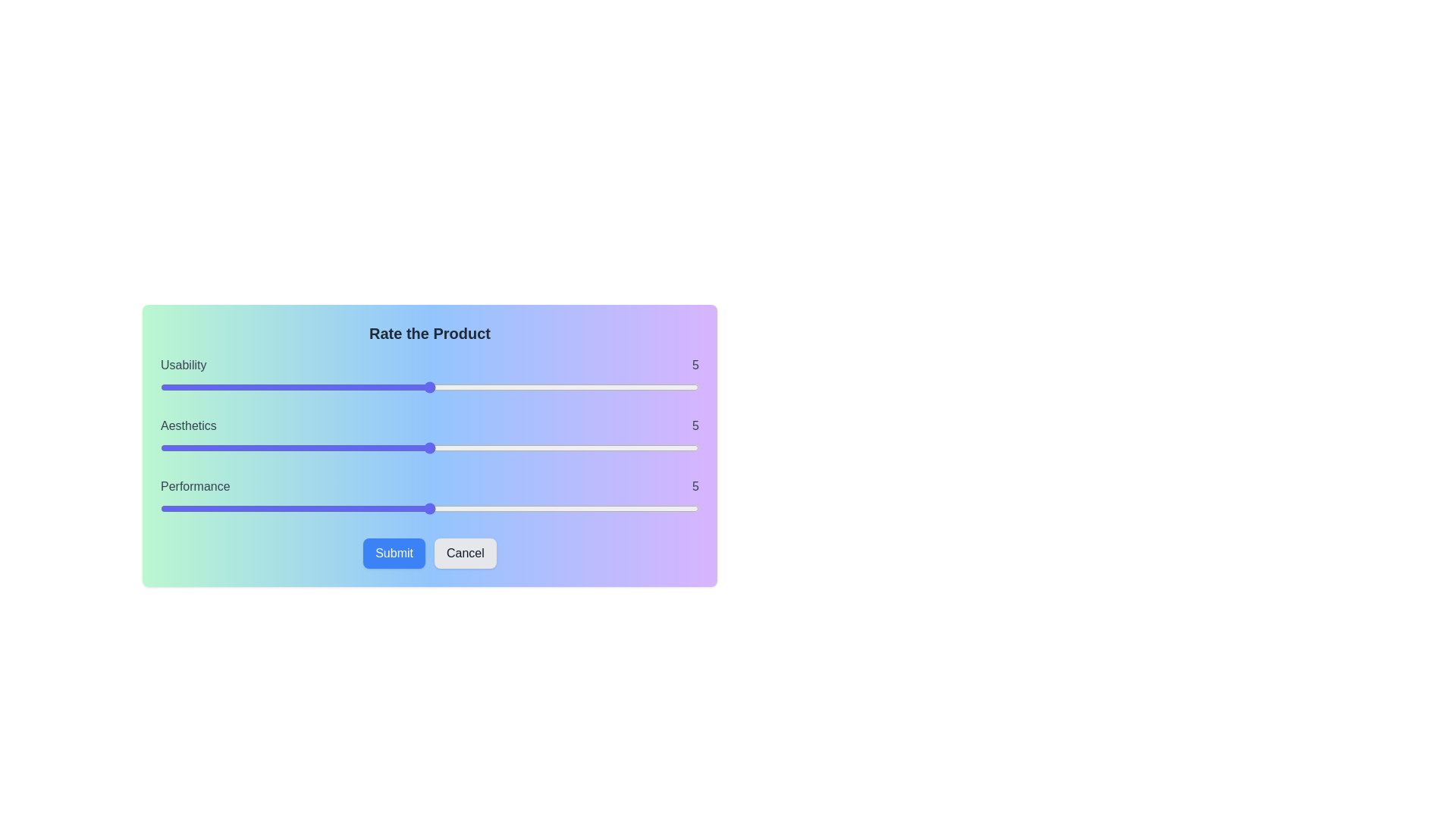  I want to click on the slider to set the usability rating to 1, so click(214, 386).